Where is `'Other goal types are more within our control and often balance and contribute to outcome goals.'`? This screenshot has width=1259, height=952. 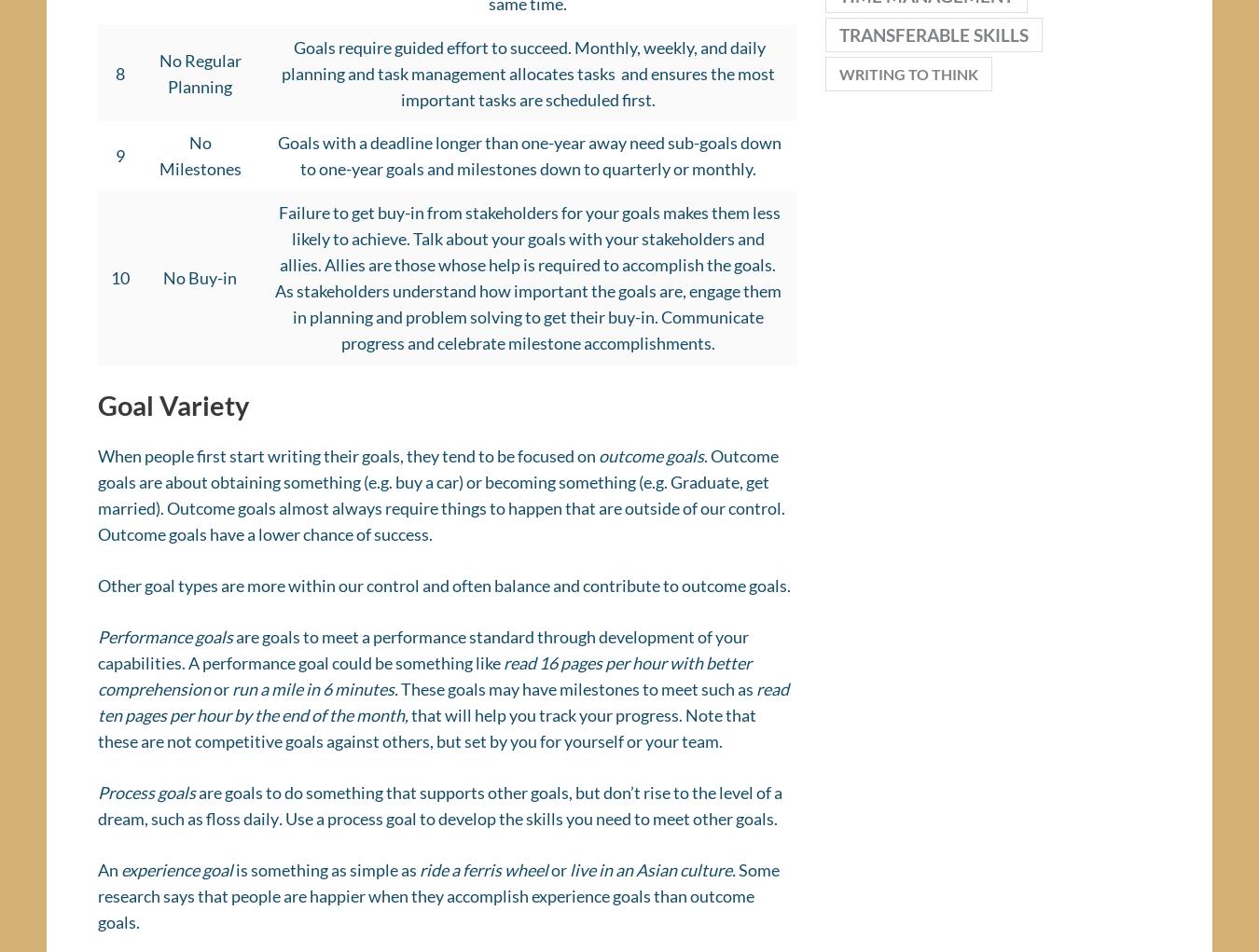 'Other goal types are more within our control and often balance and contribute to outcome goals.' is located at coordinates (443, 590).